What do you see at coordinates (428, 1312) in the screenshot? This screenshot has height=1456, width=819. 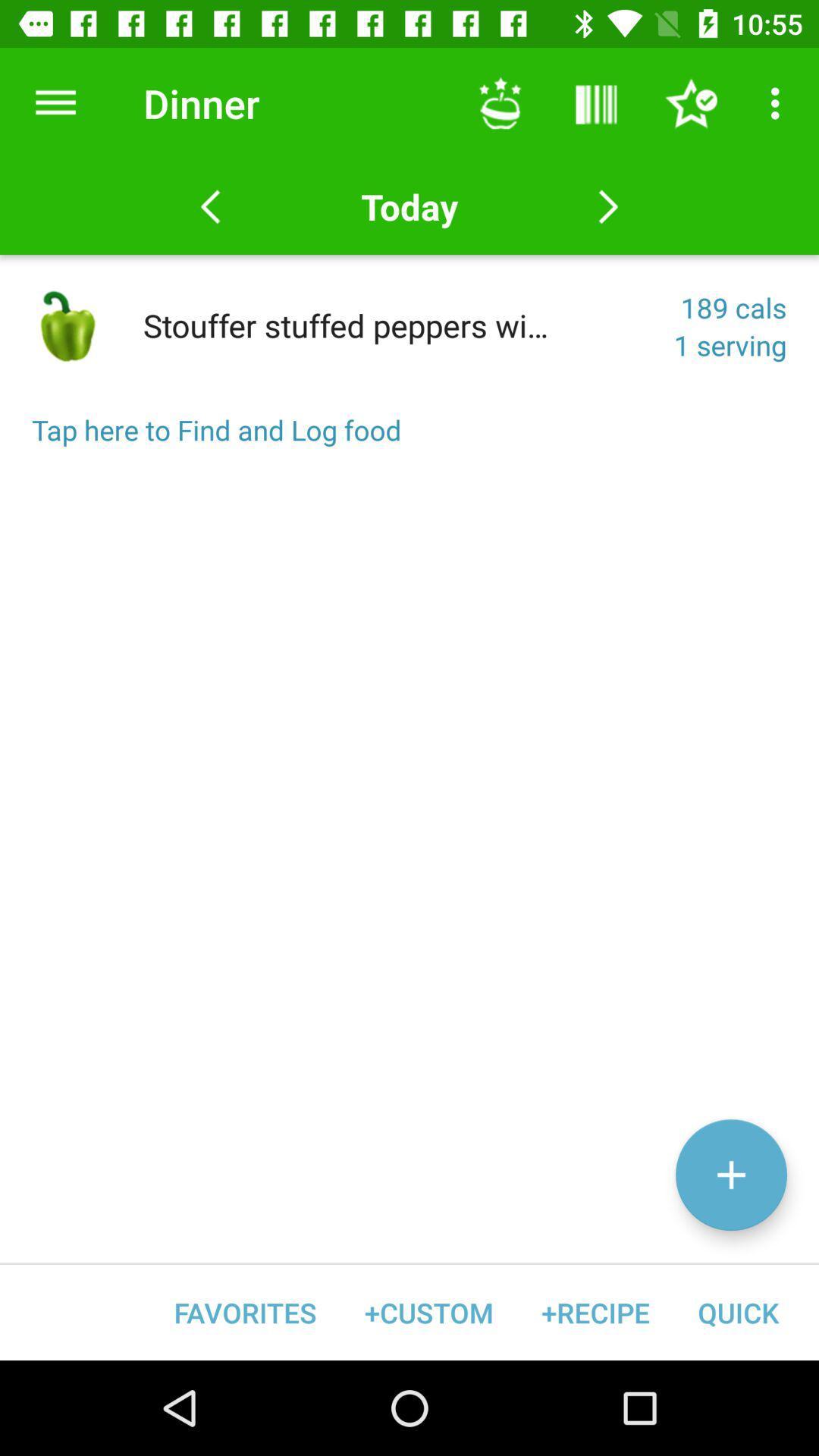 I see `the icon to the right of the favorites` at bounding box center [428, 1312].